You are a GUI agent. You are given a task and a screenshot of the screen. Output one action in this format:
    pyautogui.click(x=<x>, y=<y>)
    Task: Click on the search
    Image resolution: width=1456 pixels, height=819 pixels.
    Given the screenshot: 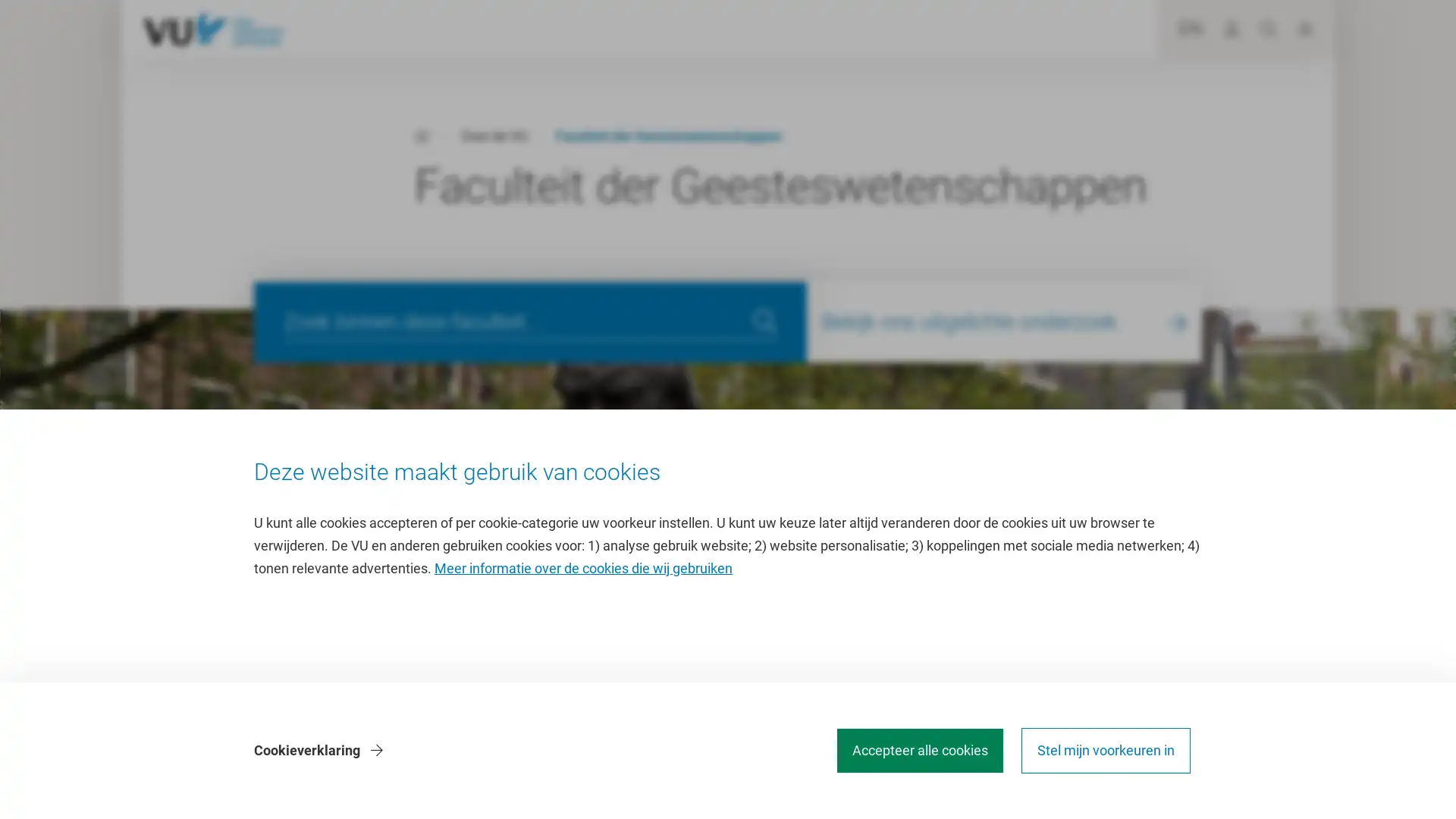 What is the action you would take?
    pyautogui.click(x=764, y=321)
    